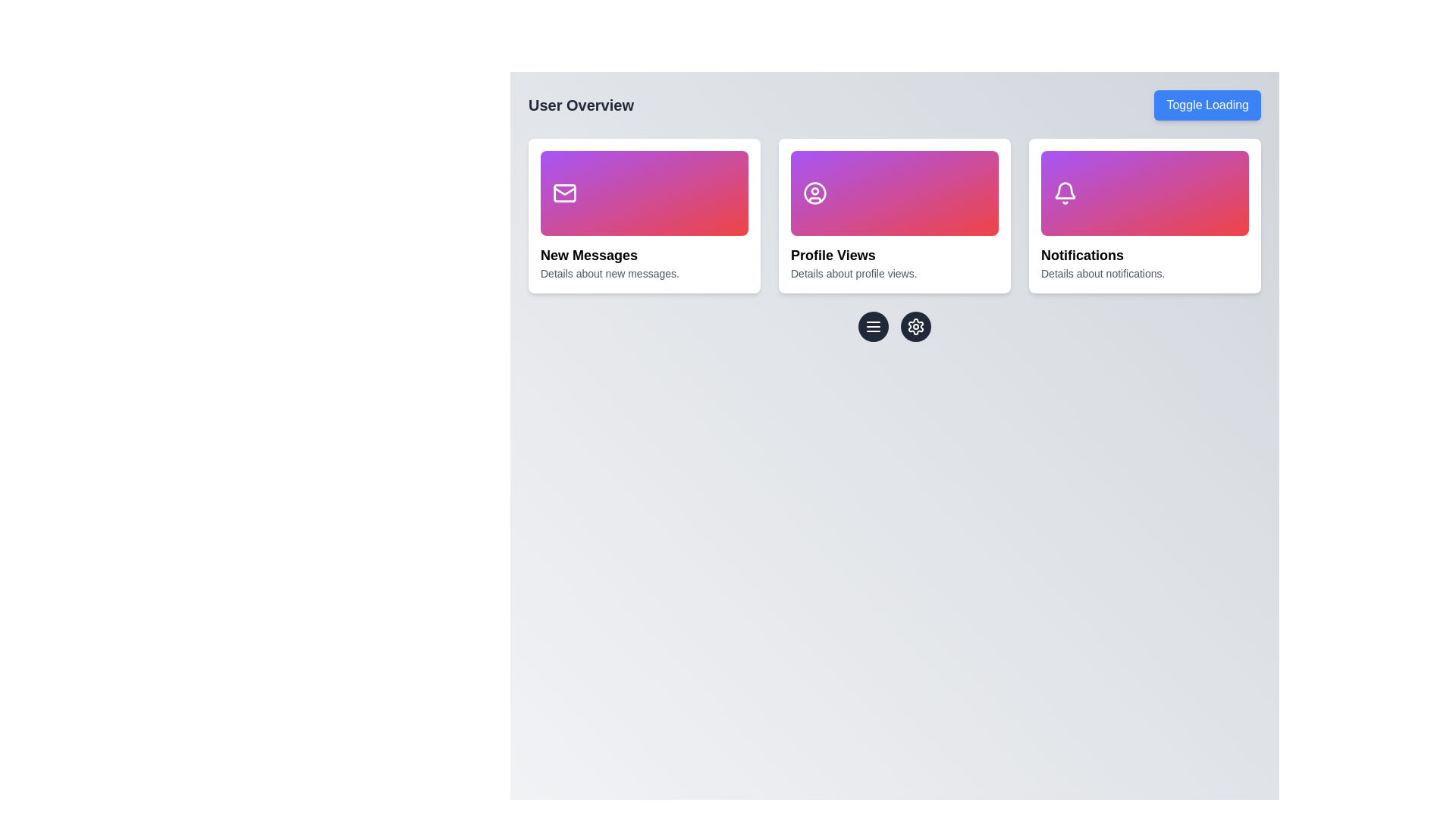 The width and height of the screenshot is (1456, 819). I want to click on the Informational card labeled 'Notifications' that features a gradient header from purple to red and a white bell icon, located in the rightmost column of the grid layout, so click(1145, 216).